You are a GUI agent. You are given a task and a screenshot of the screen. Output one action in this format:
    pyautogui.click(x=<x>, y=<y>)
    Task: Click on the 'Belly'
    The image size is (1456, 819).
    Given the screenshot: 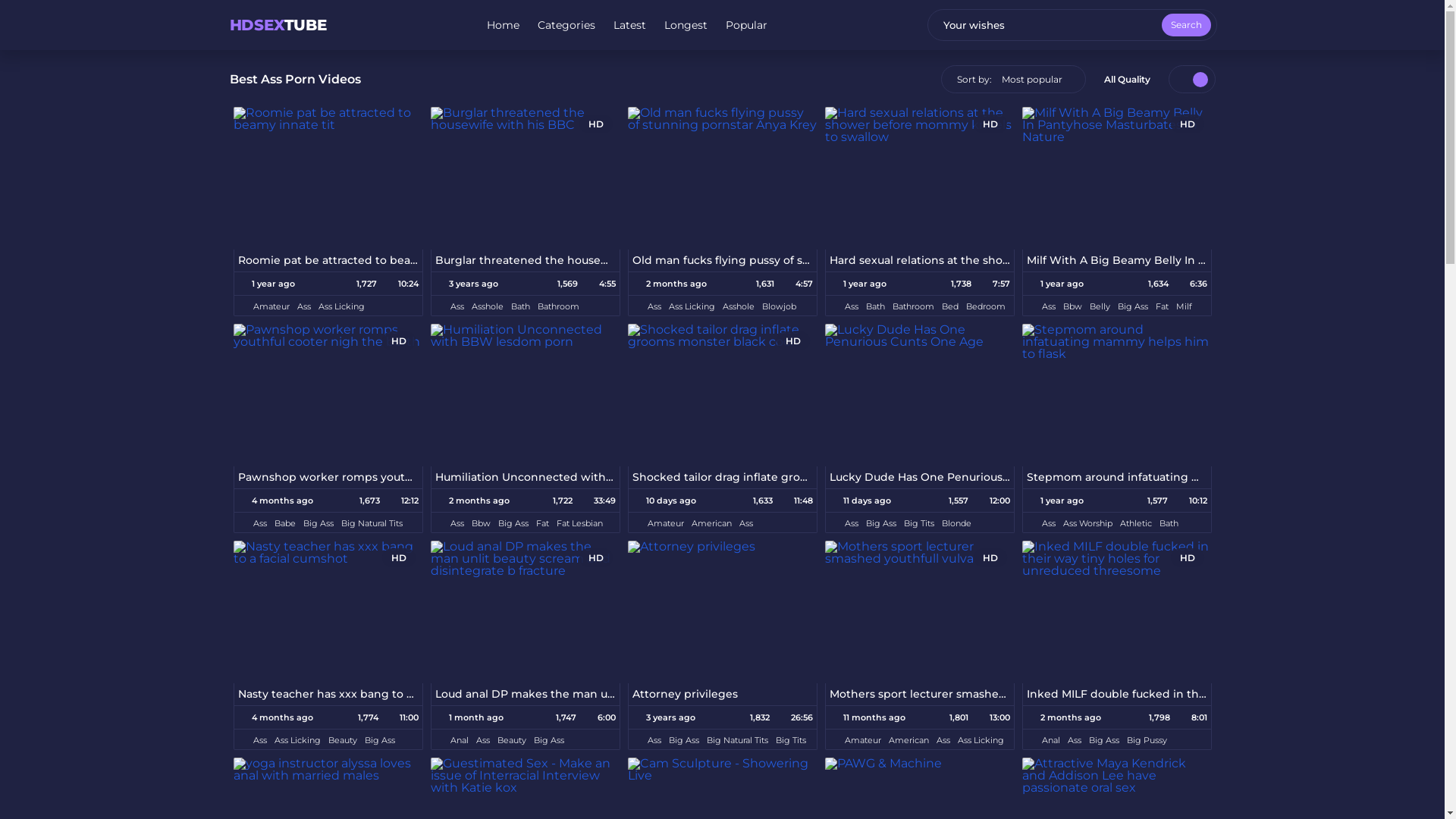 What is the action you would take?
    pyautogui.click(x=1087, y=306)
    